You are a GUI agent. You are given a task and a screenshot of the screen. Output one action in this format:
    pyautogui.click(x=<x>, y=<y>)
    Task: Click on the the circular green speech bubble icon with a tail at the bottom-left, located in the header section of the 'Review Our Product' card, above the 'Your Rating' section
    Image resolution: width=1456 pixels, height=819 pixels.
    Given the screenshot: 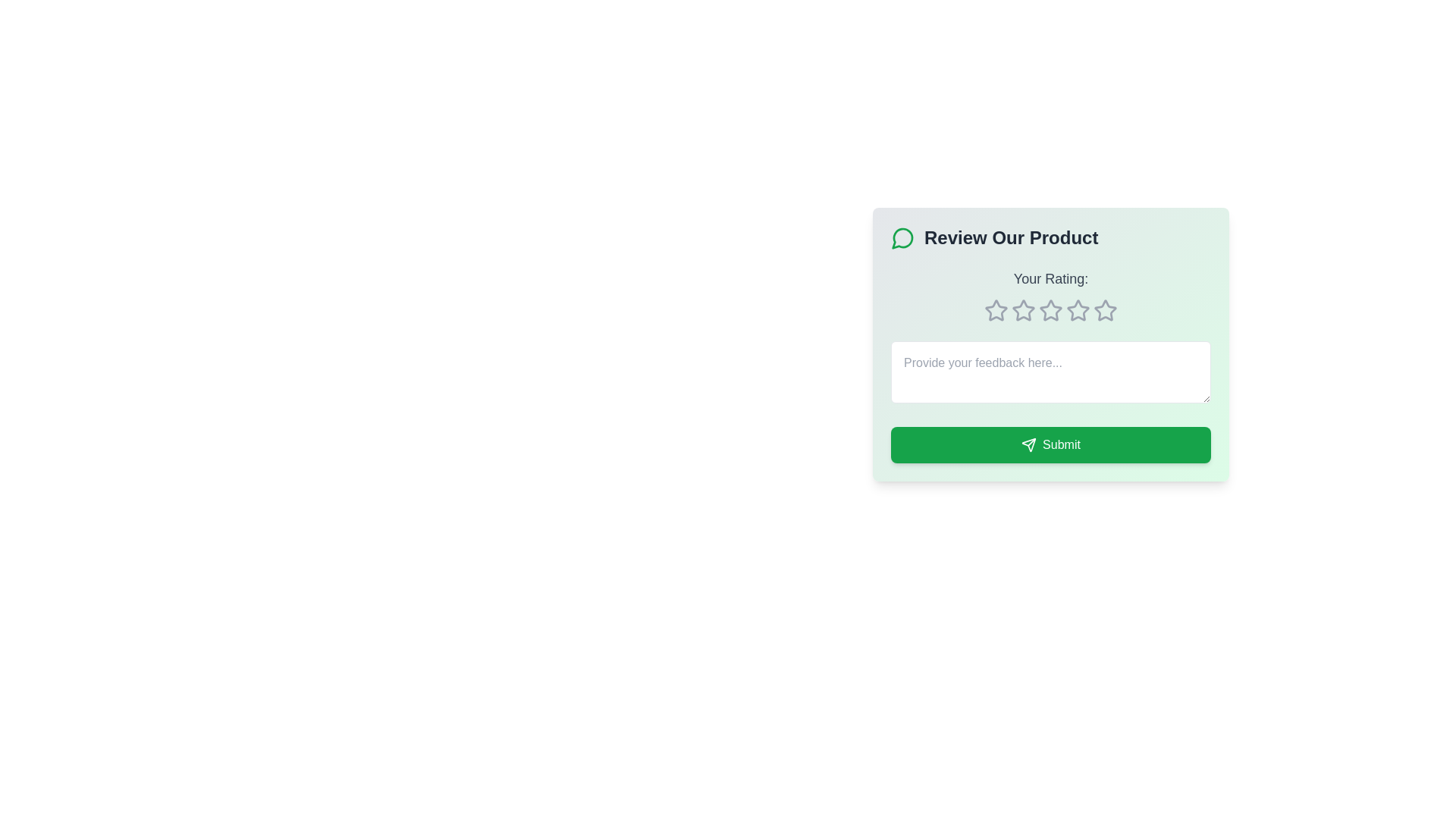 What is the action you would take?
    pyautogui.click(x=902, y=238)
    